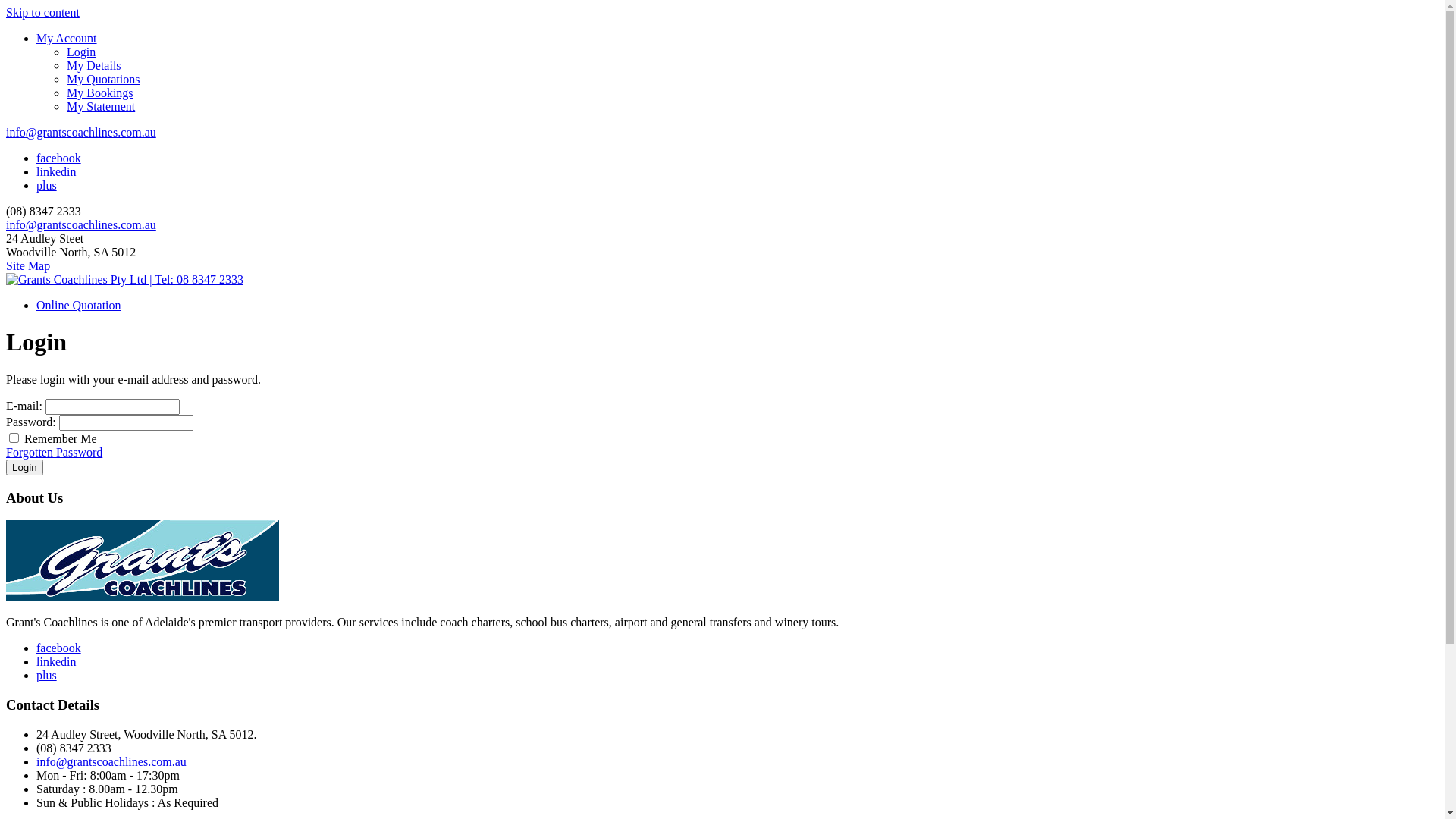  Describe the element at coordinates (111, 761) in the screenshot. I see `'info@grantscoachlines.com.au'` at that location.